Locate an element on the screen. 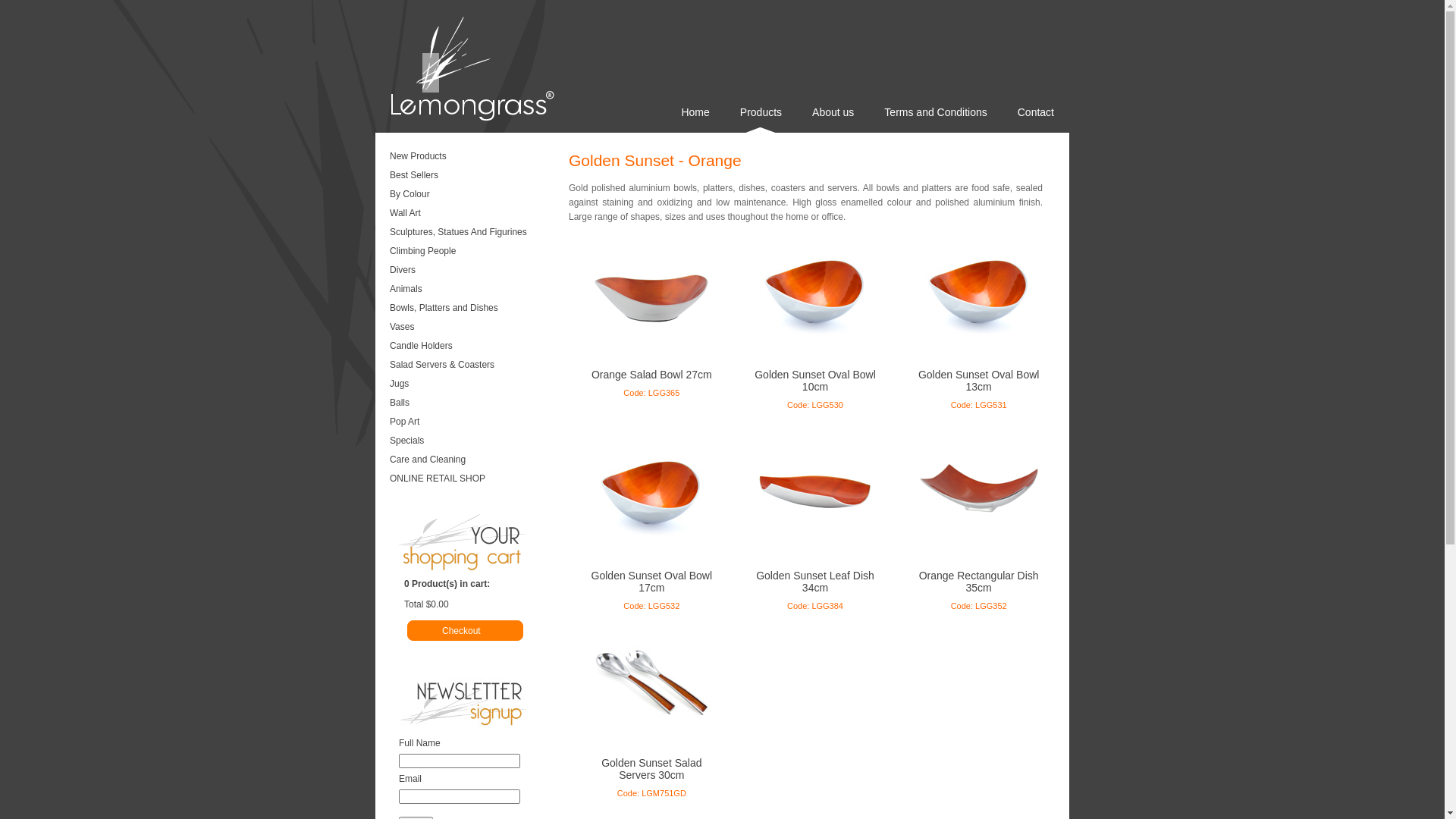 Image resolution: width=1456 pixels, height=819 pixels. 'Salad Servers & Coasters' is located at coordinates (469, 366).